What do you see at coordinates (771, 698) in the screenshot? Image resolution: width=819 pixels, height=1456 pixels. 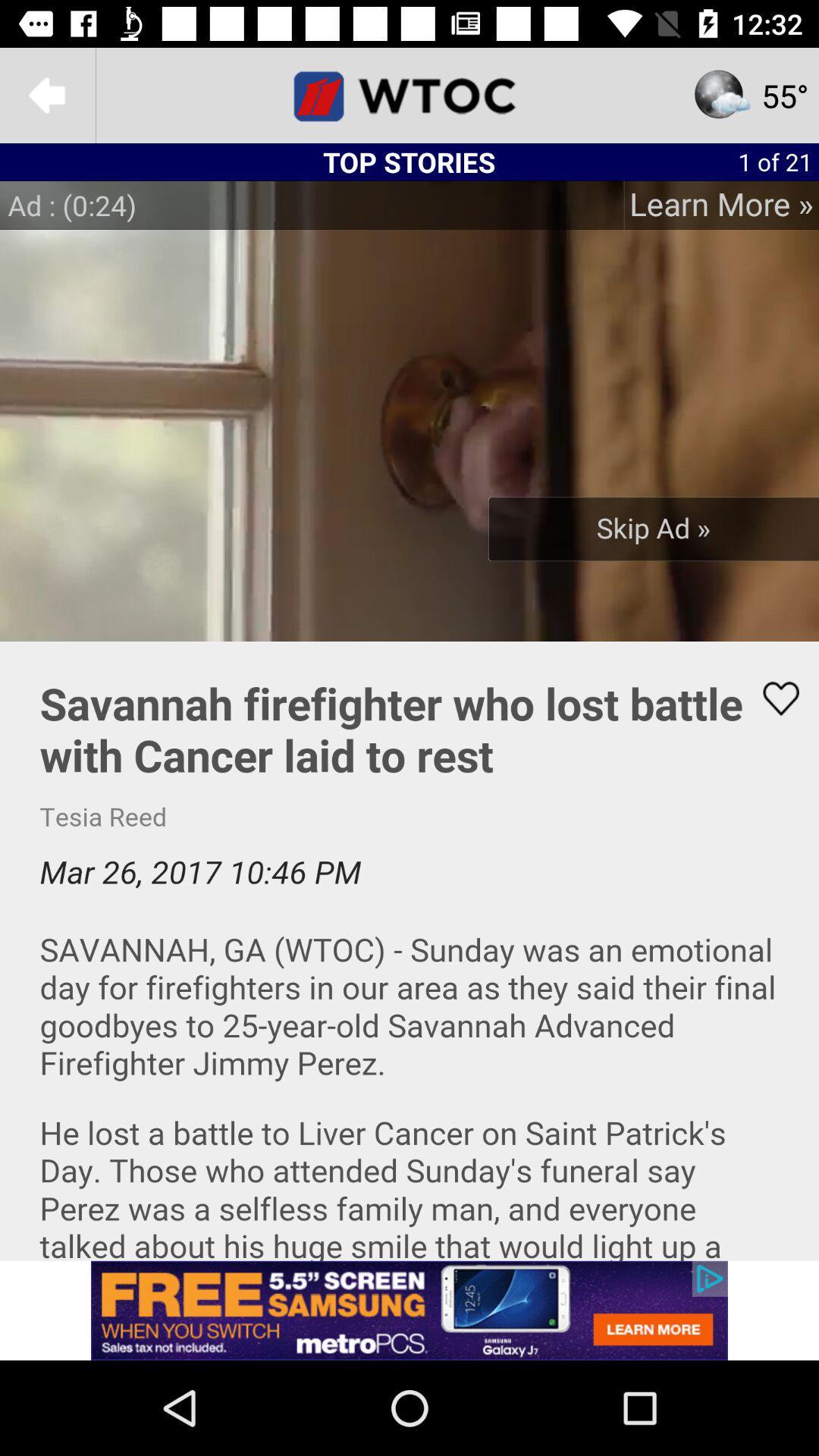 I see `like heart botton` at bounding box center [771, 698].